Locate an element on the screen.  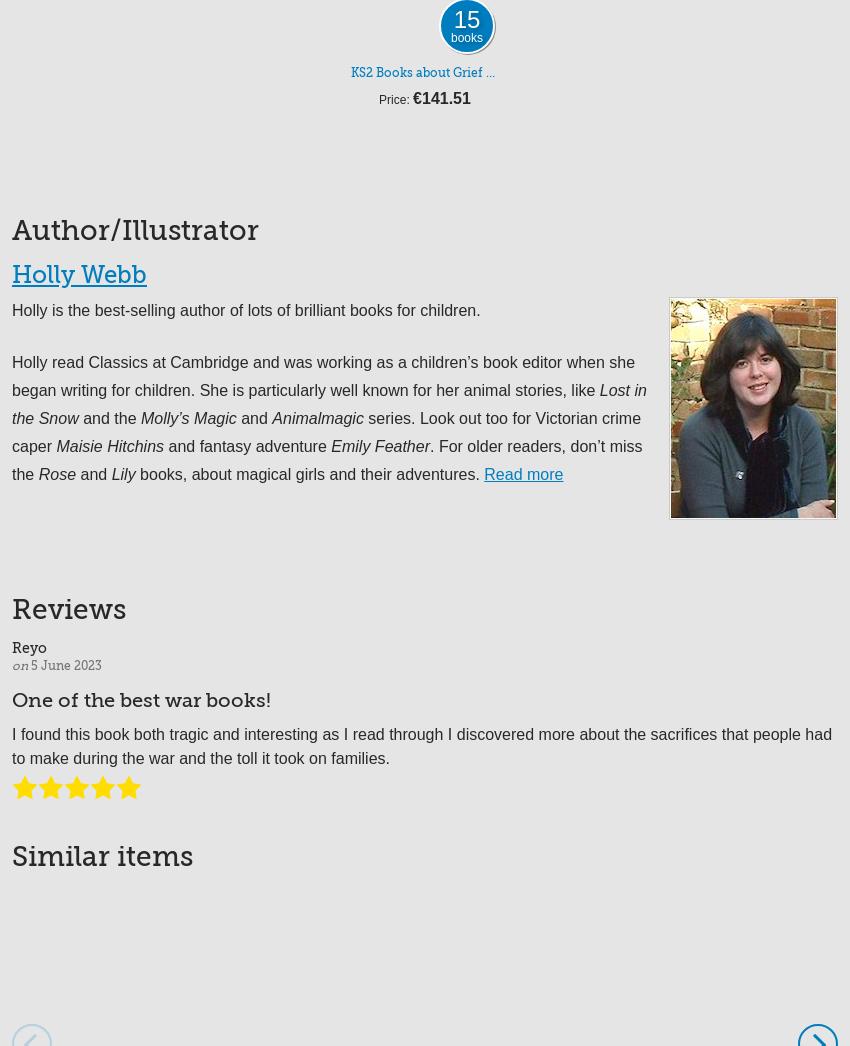
'Emily Feather' is located at coordinates (379, 445).